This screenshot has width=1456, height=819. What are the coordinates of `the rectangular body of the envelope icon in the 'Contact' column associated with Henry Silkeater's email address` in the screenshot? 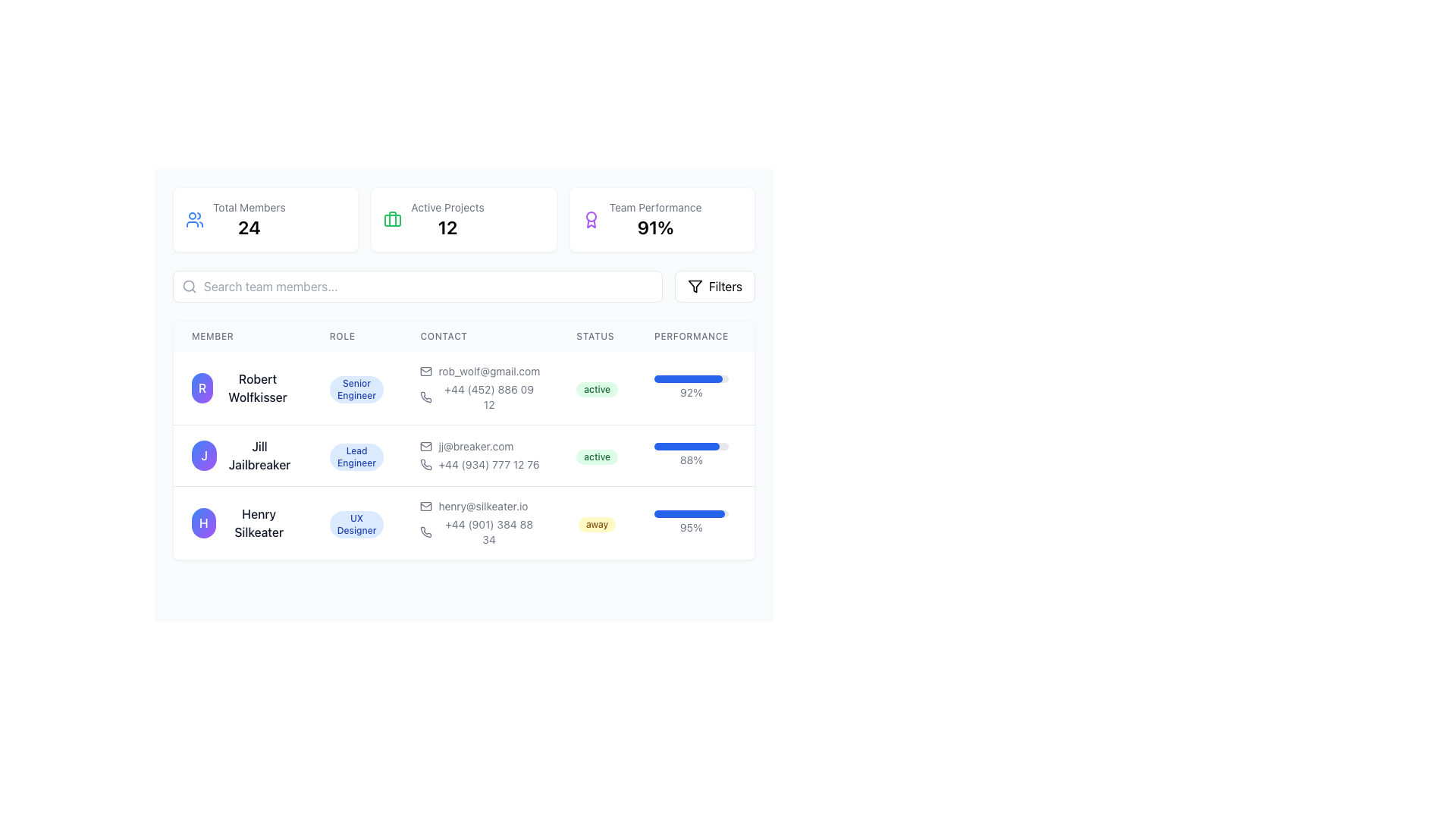 It's located at (425, 506).